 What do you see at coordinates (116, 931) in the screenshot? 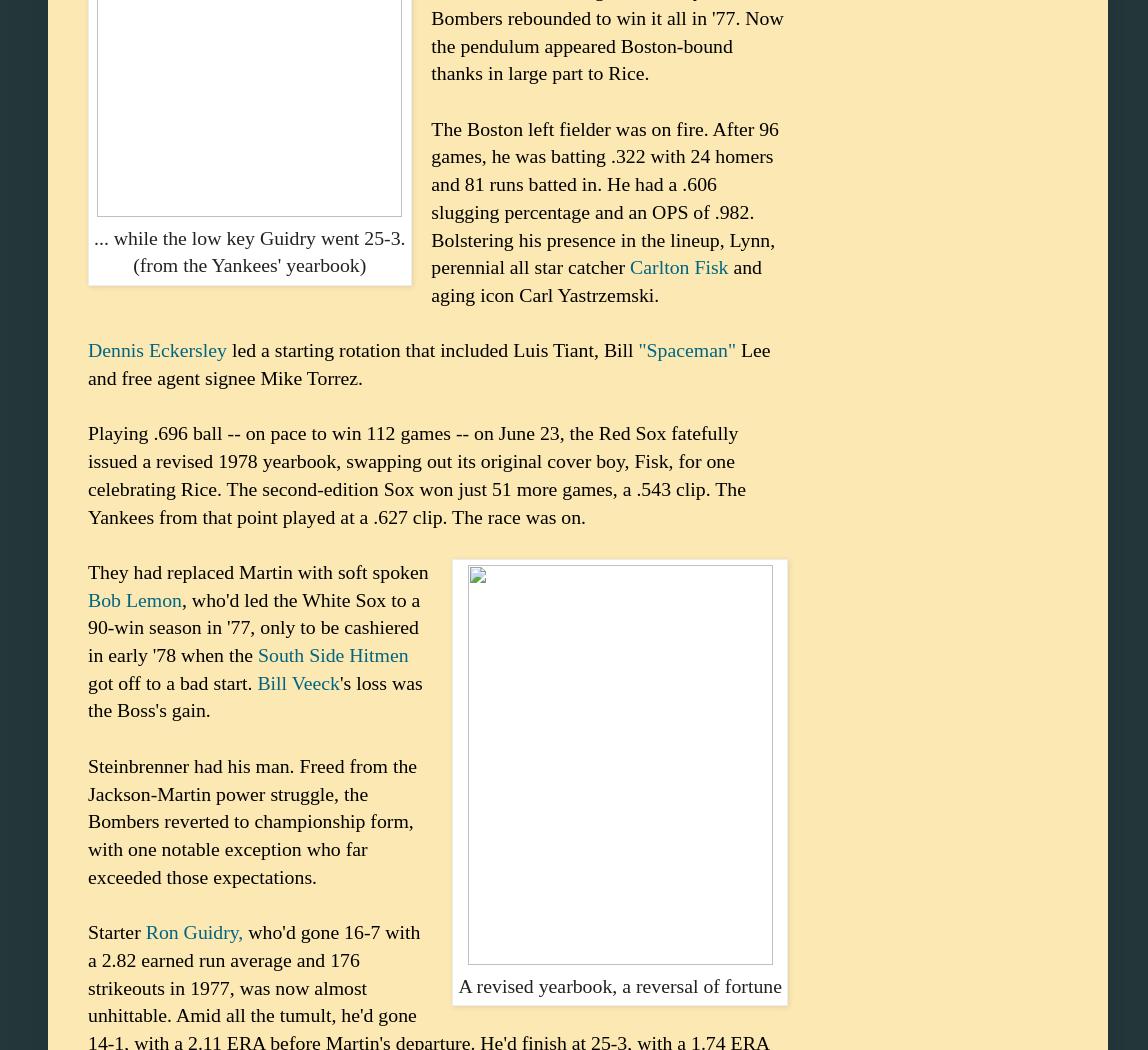
I see `'Starter'` at bounding box center [116, 931].